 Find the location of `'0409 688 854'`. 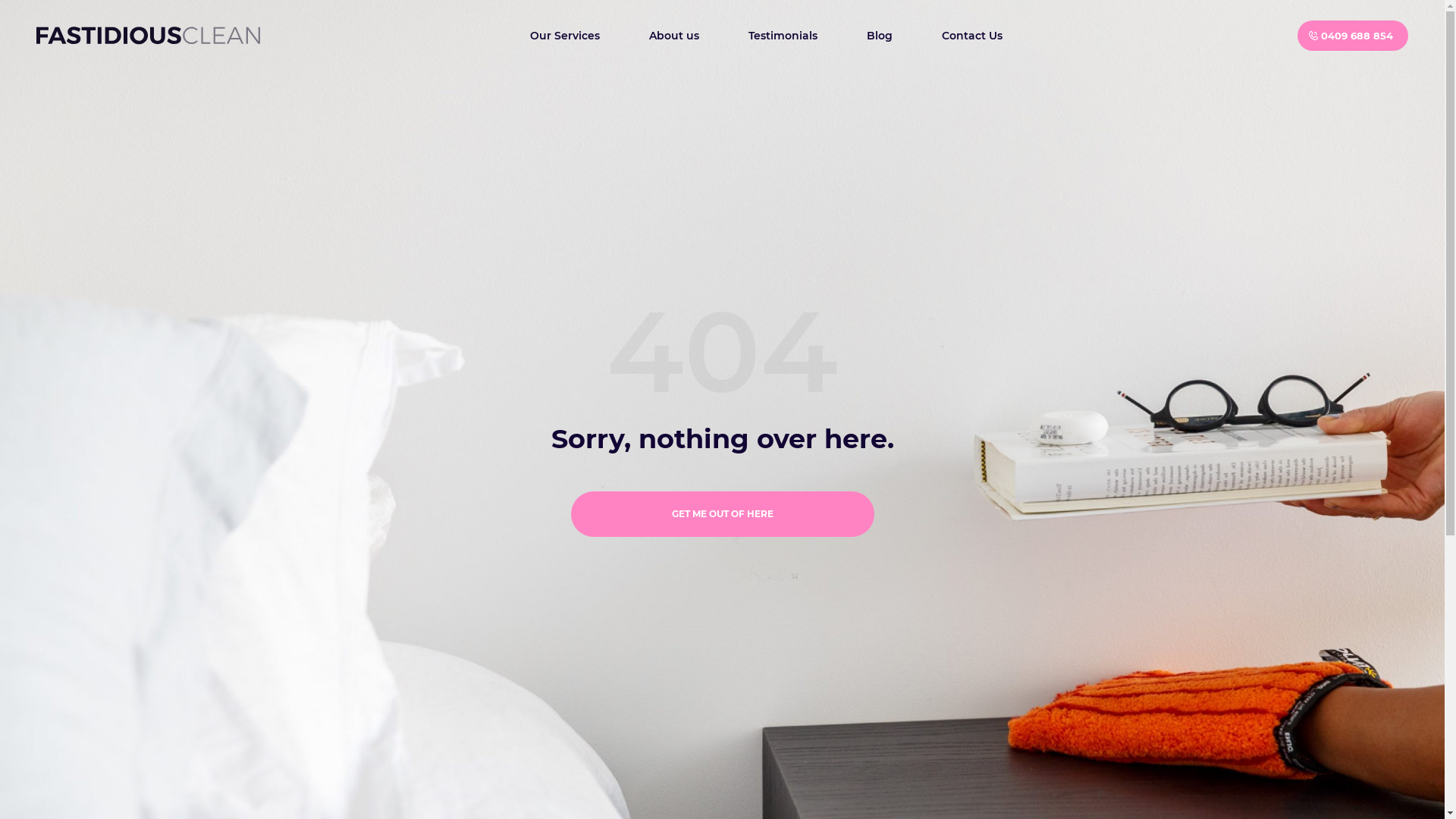

'0409 688 854' is located at coordinates (1353, 34).